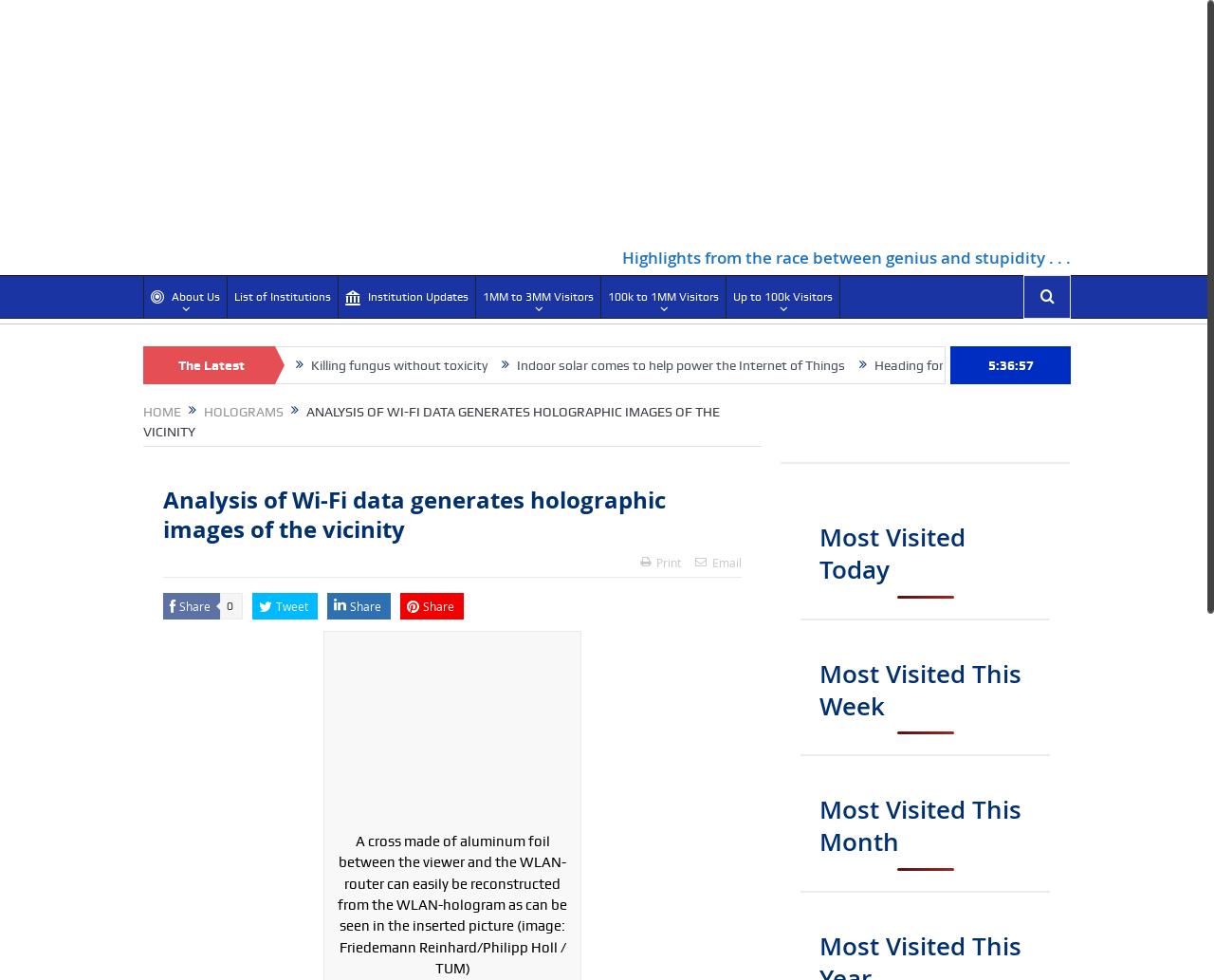  I want to click on '0', so click(229, 605).